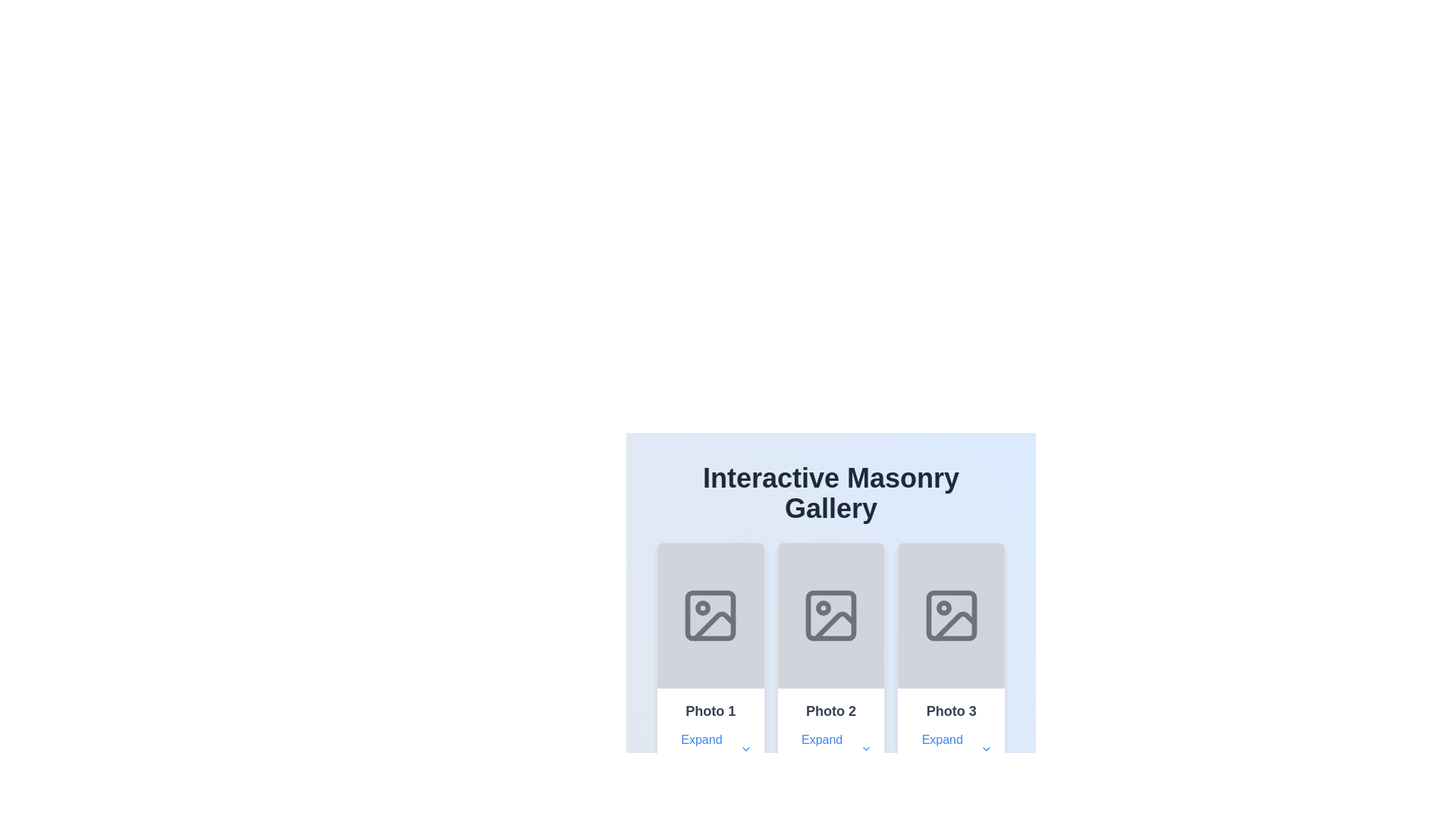  I want to click on the text label displaying 'Photo 2' that is part of the 'Interactive Masonry Gallery' layout, located below the second image in the gallery, so click(830, 711).